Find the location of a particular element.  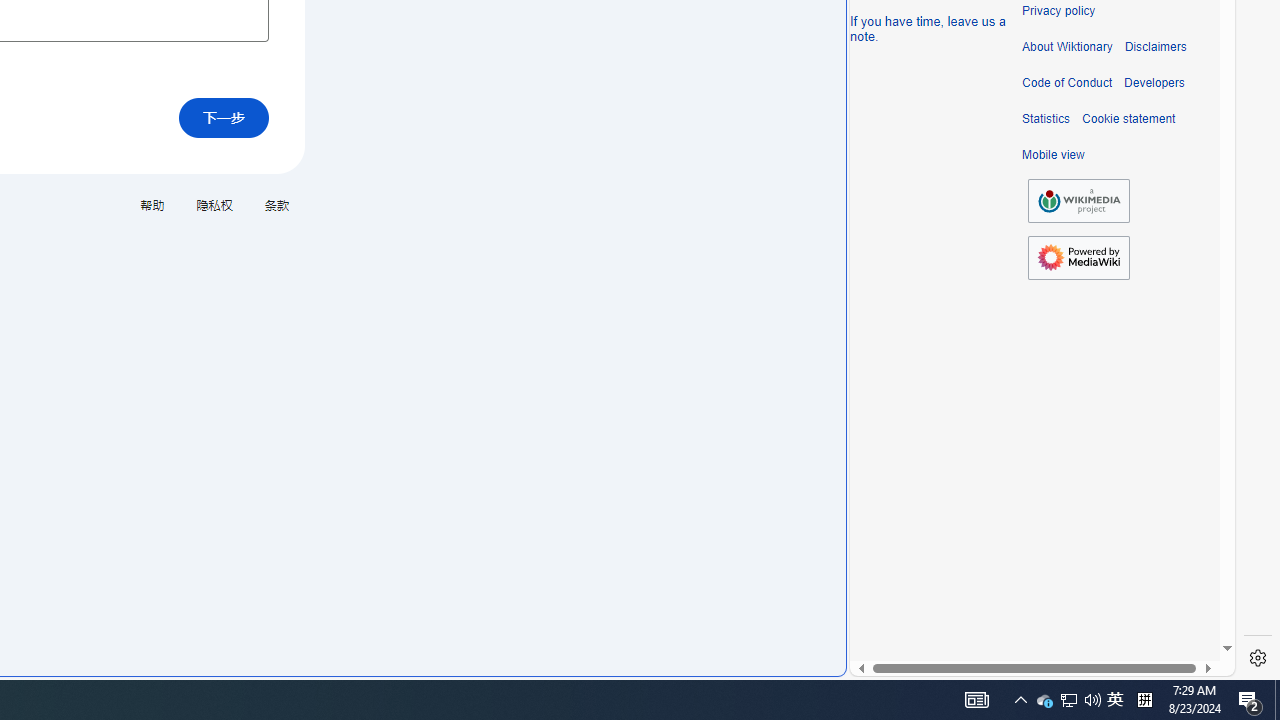

'Disclaimers' is located at coordinates (1155, 46).